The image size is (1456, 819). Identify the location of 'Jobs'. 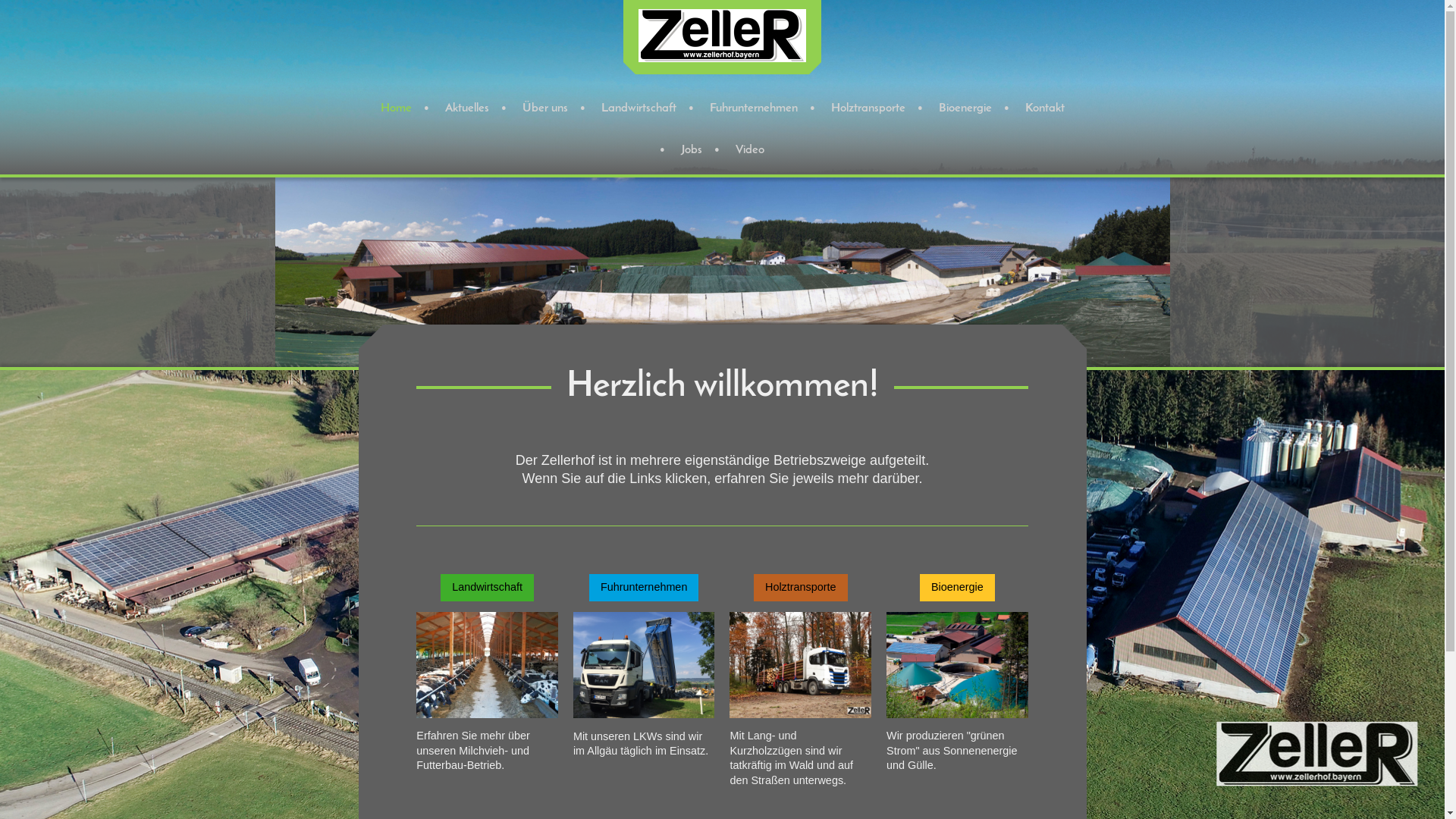
(666, 150).